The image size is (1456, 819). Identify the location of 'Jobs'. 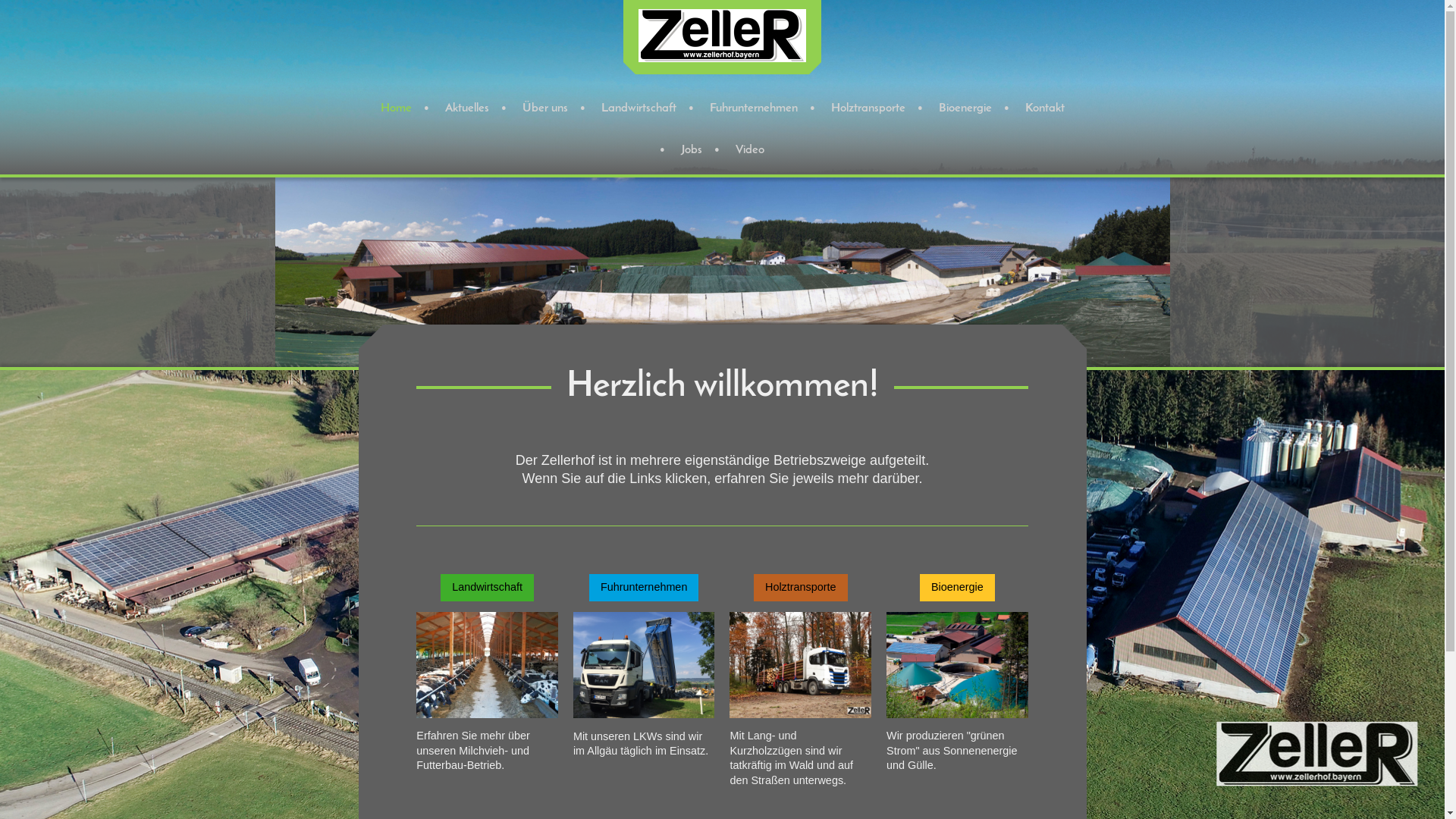
(666, 150).